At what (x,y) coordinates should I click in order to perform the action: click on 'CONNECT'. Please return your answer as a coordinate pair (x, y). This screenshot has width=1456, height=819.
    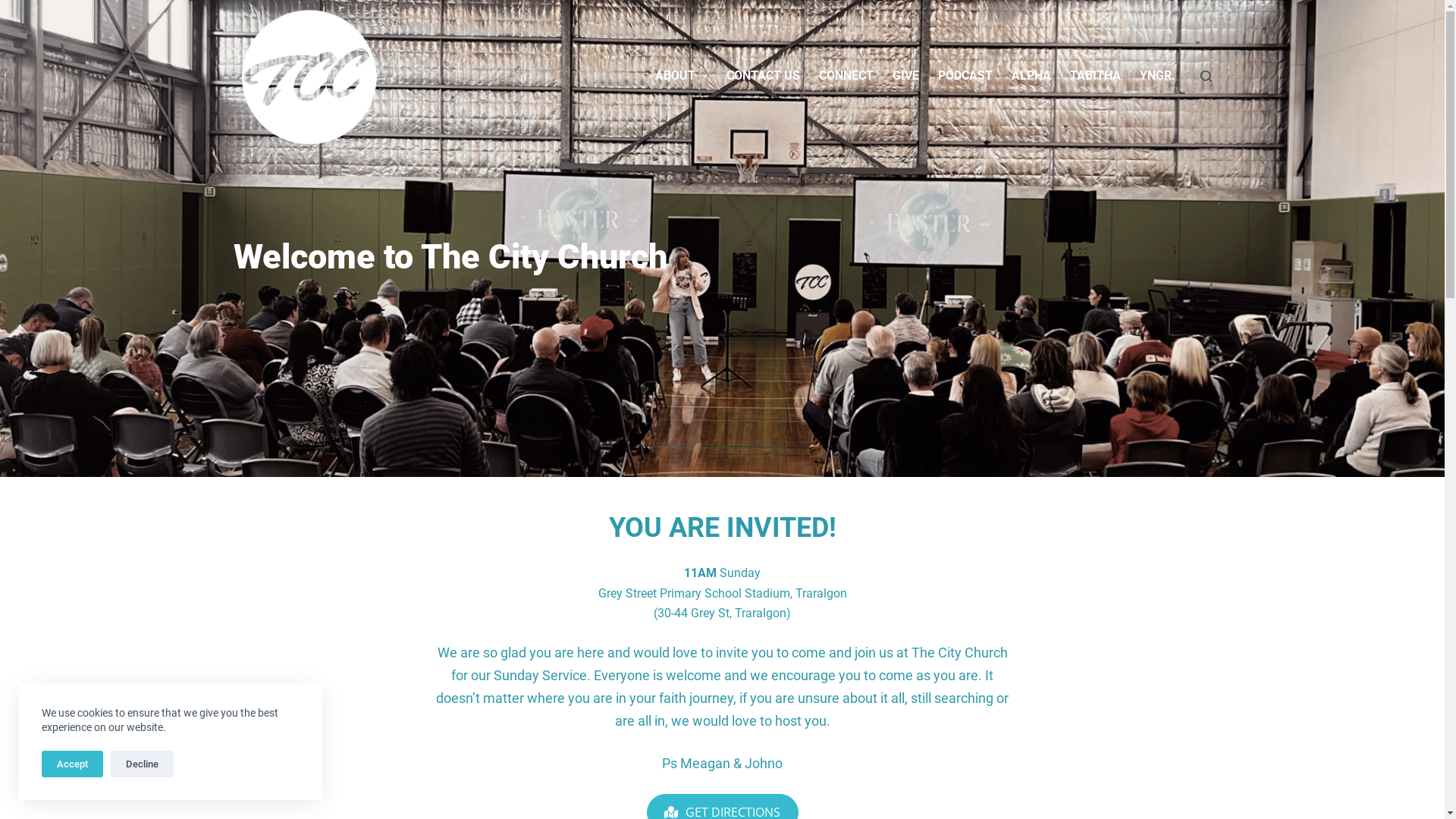
    Looking at the image, I should click on (809, 76).